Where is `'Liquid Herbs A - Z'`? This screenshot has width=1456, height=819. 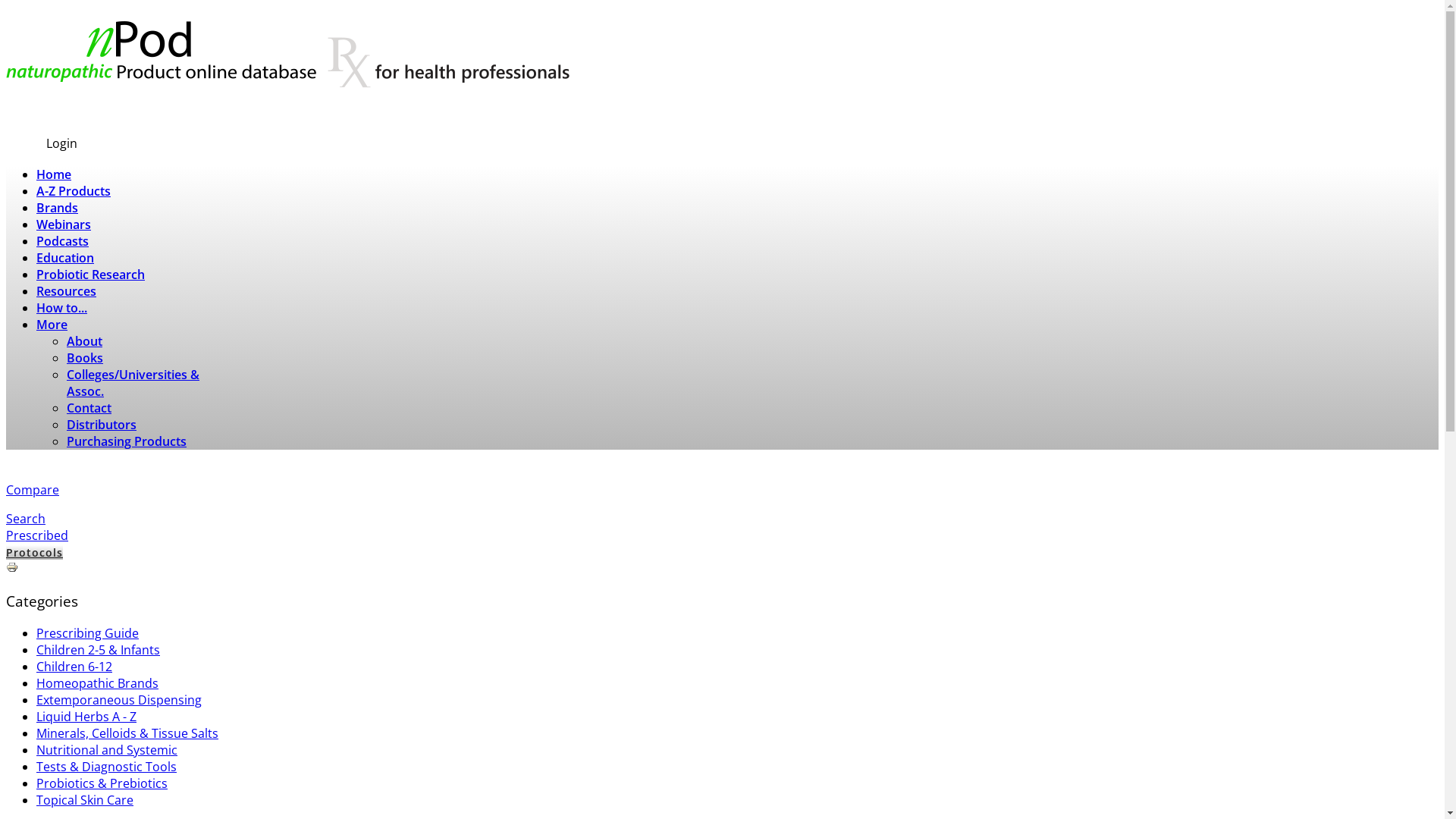
'Liquid Herbs A - Z' is located at coordinates (36, 717).